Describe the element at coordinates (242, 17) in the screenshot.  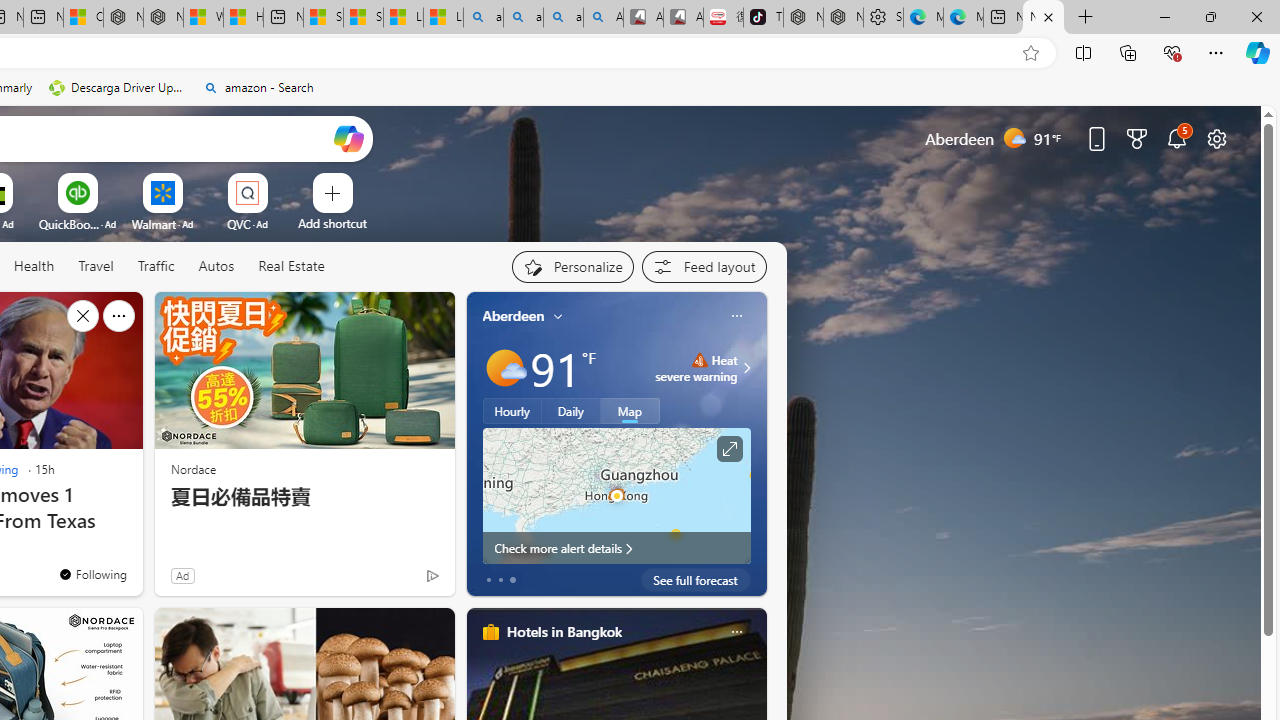
I see `'Huge shark washes ashore at New York City beach | Watch'` at that location.